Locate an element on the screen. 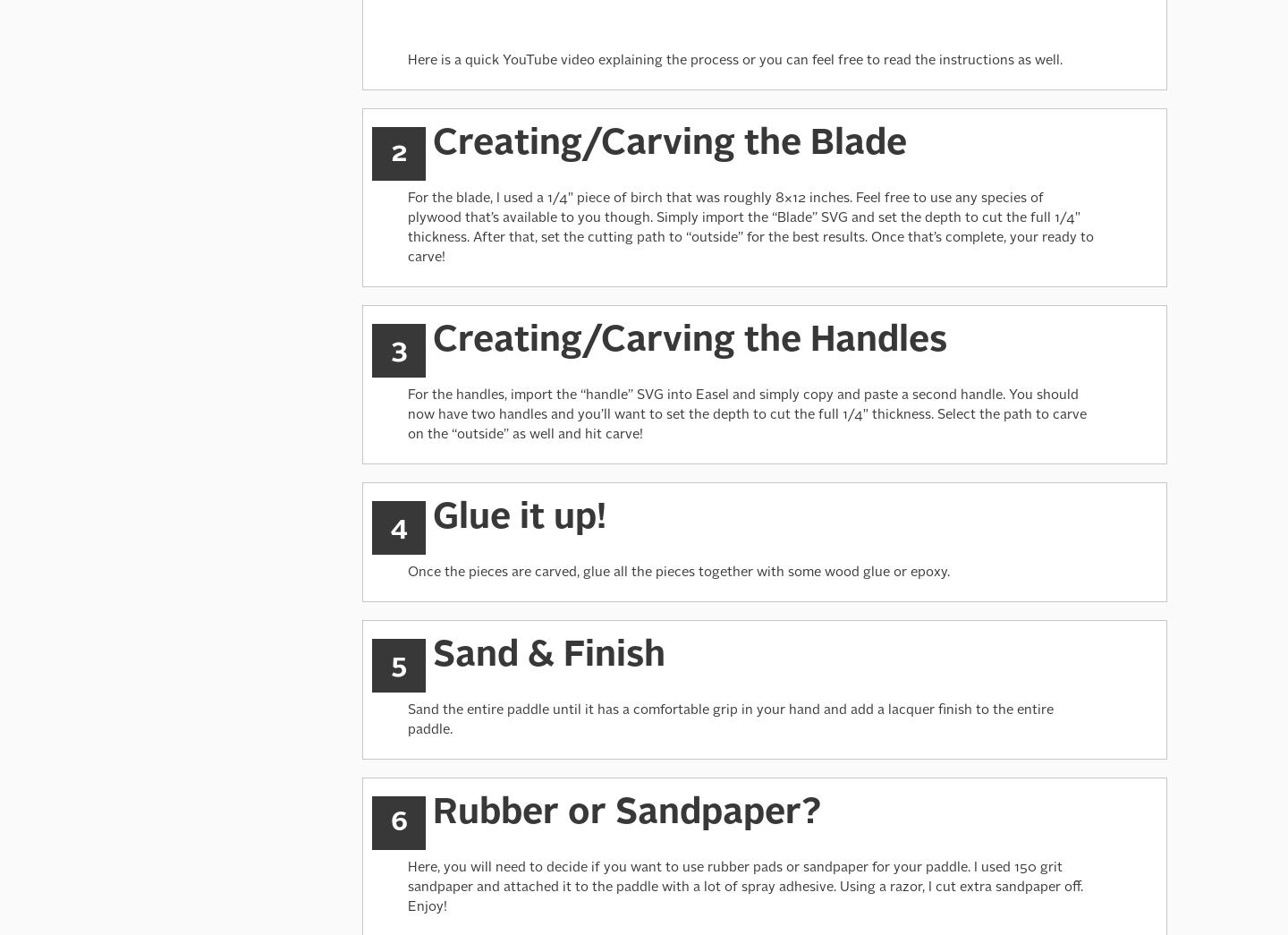  'Here, you will need to decide if you want to use rubber pads or sandpaper for your paddle. I used 150 grit sandpaper and attached it to the paddle with a lot of spray adhesive. Using a razor, I cut extra sandpaper off. Enjoy!' is located at coordinates (745, 887).